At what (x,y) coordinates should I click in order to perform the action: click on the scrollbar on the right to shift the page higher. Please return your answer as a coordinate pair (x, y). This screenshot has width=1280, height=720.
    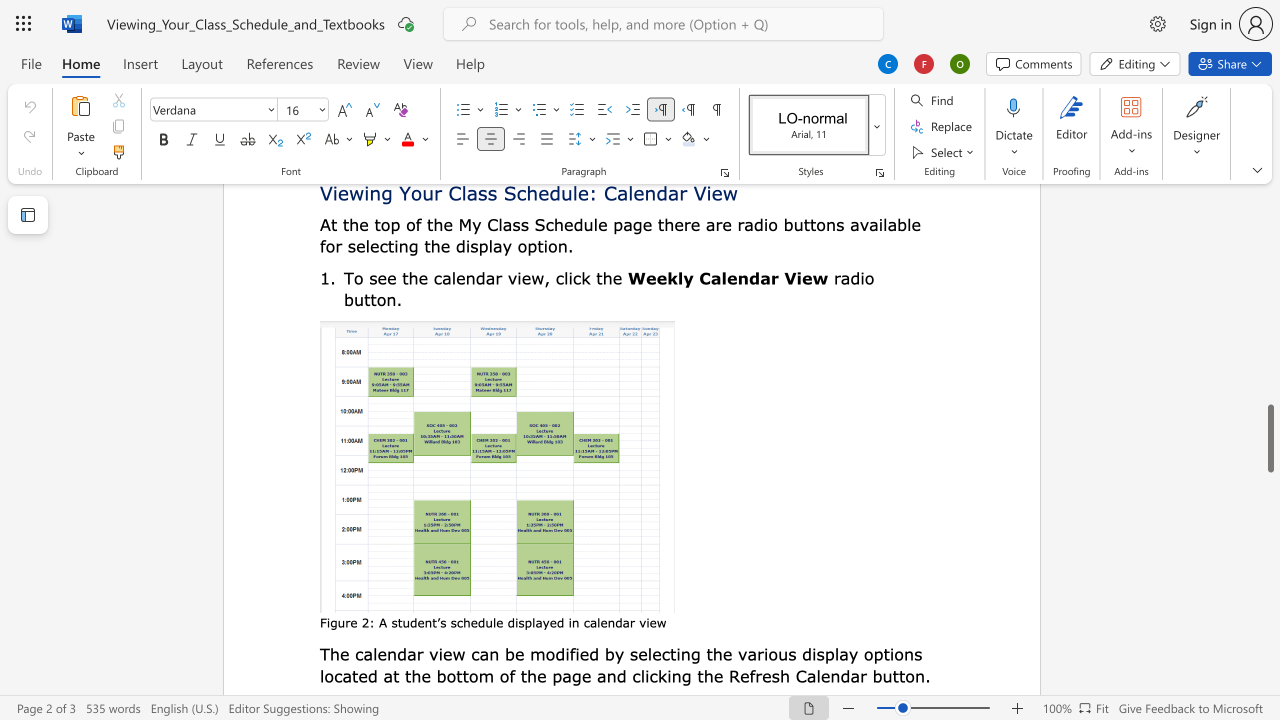
    Looking at the image, I should click on (1269, 348).